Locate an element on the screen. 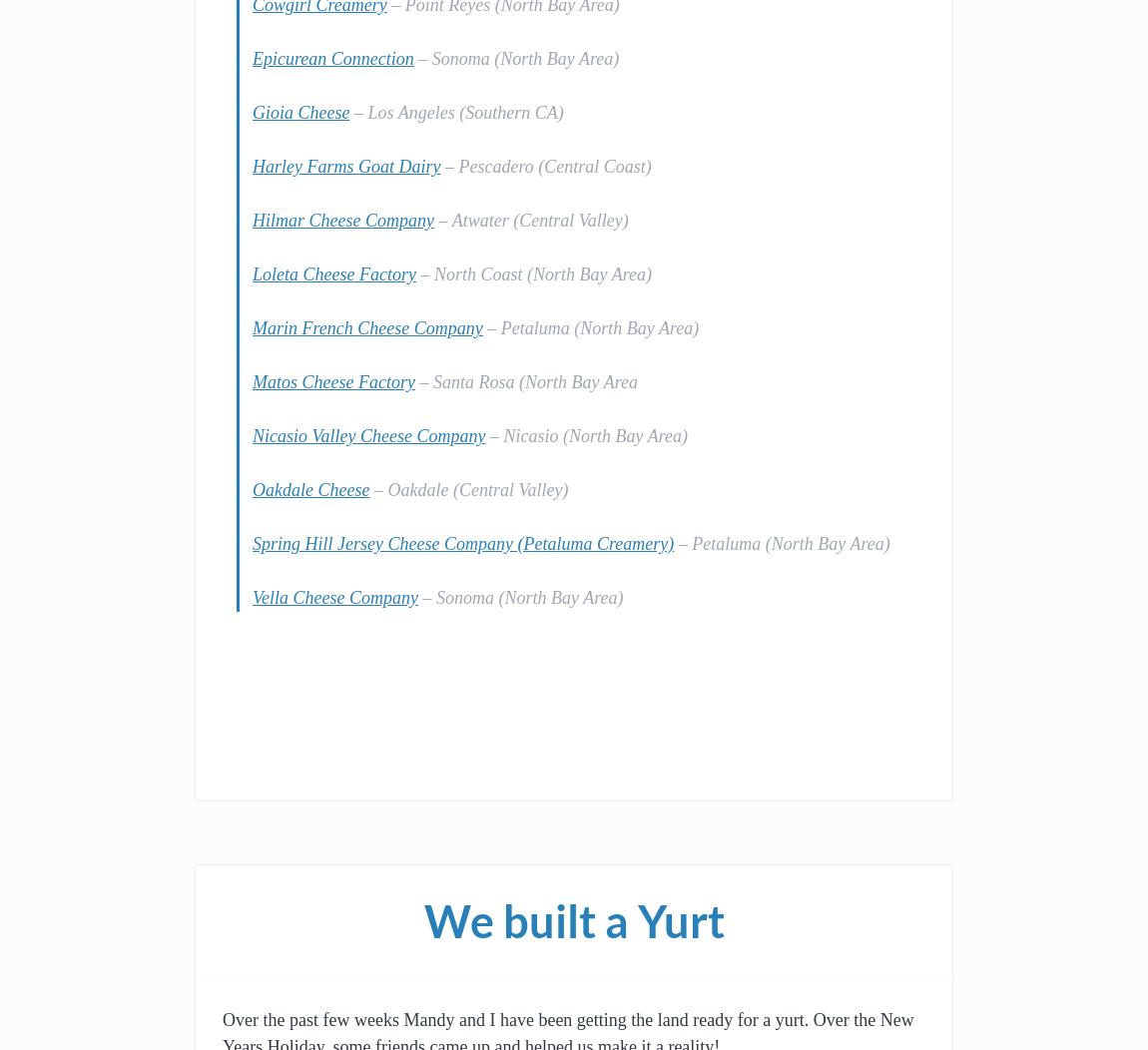 The height and width of the screenshot is (1050, 1148). 'Gioia Cheese' is located at coordinates (300, 112).